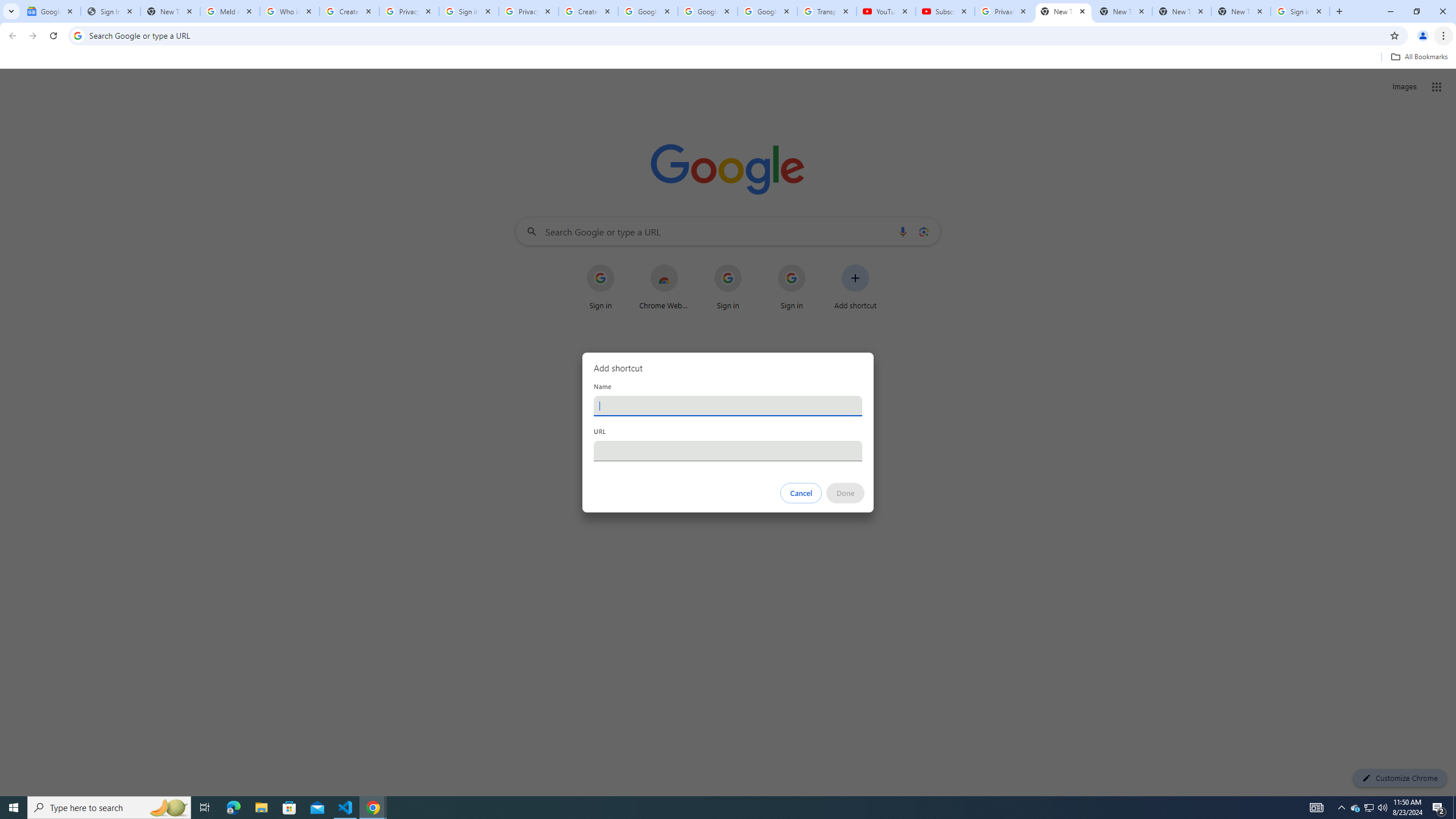  What do you see at coordinates (588, 11) in the screenshot?
I see `'Create your Google Account'` at bounding box center [588, 11].